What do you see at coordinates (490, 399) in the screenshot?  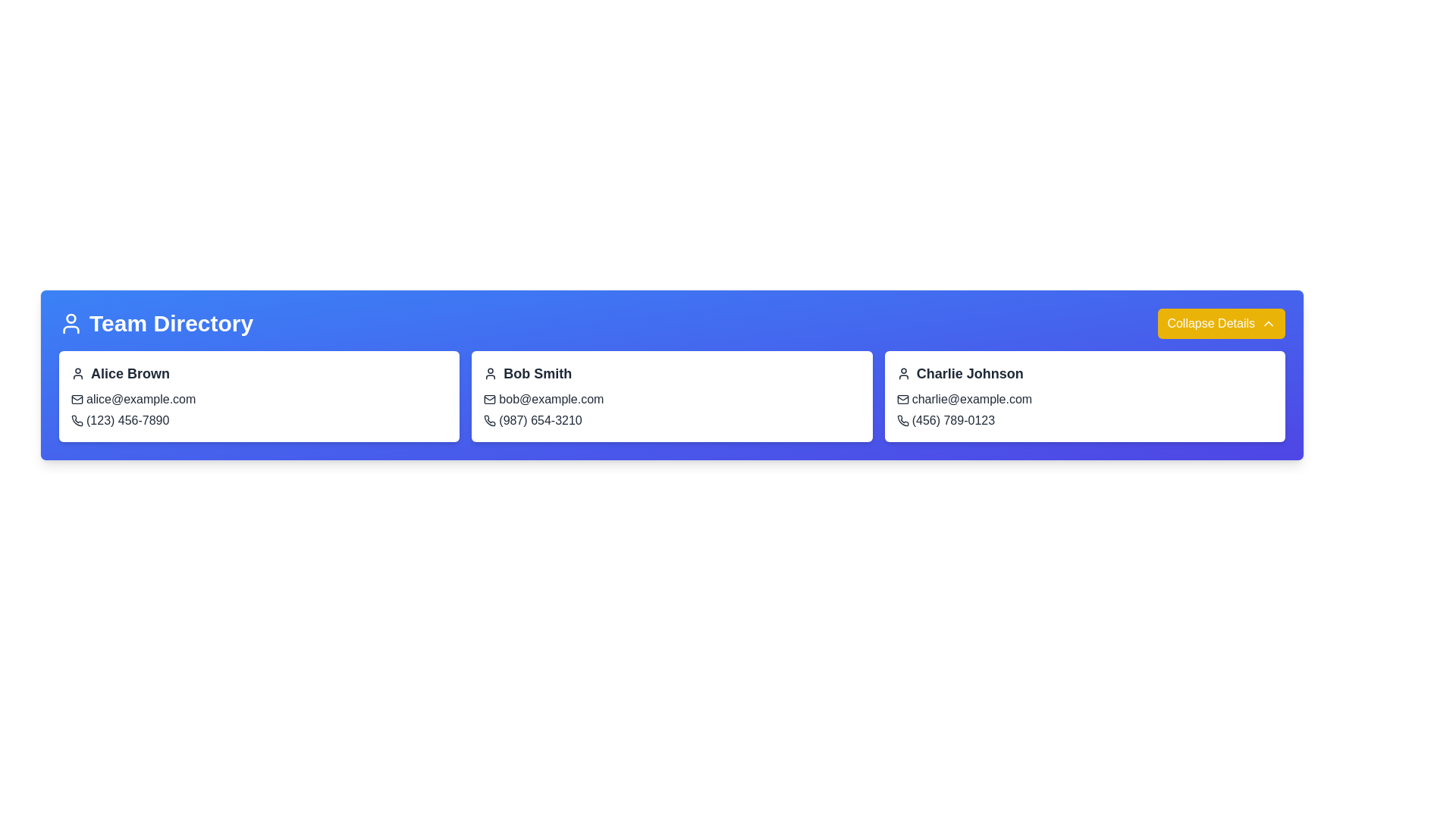 I see `the small dark envelope icon located to the left of the email address 'bob@example.com' in the second card of the 'Team Directory' section` at bounding box center [490, 399].